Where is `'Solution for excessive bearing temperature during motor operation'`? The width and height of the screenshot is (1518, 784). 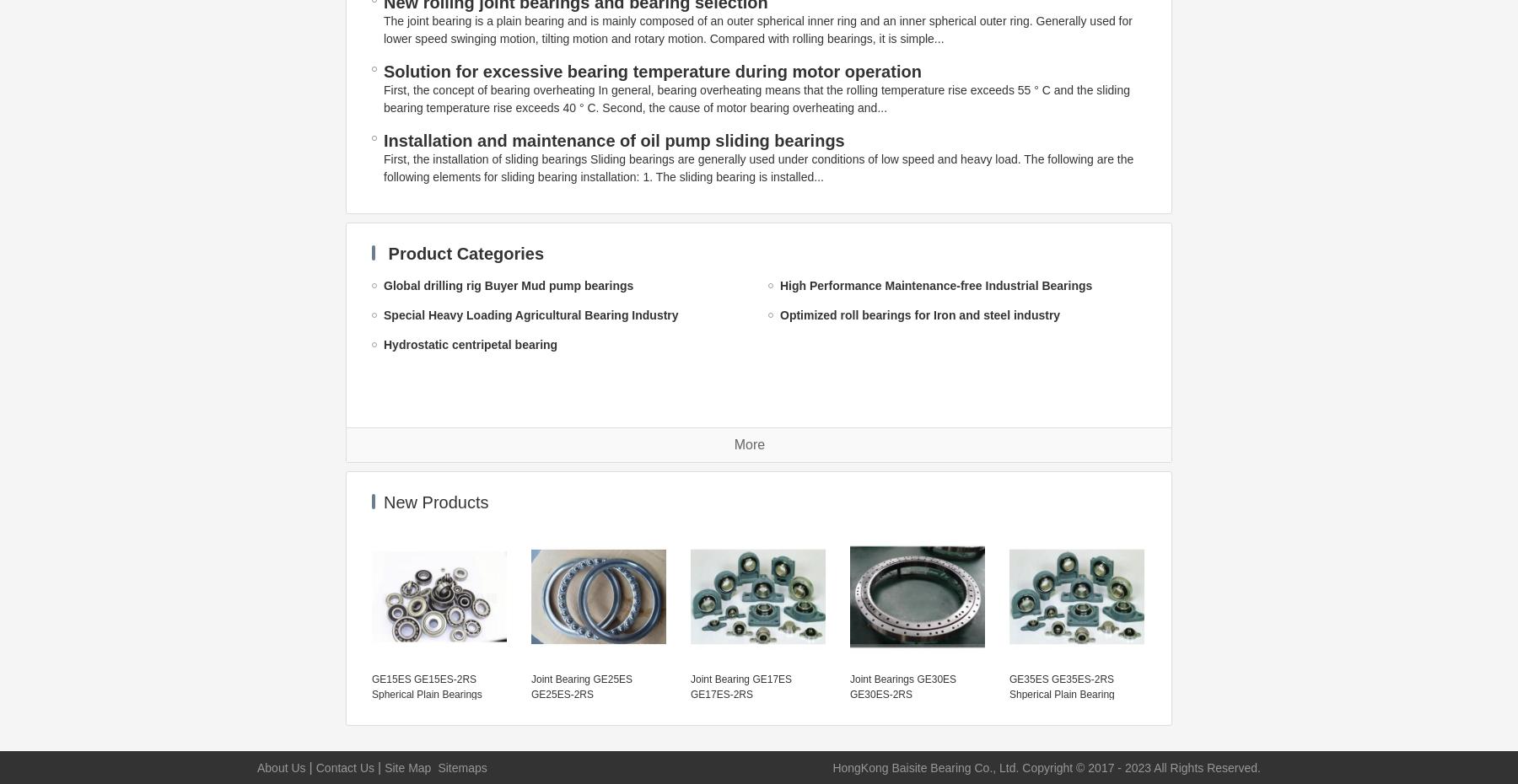 'Solution for excessive bearing temperature during motor operation' is located at coordinates (651, 72).